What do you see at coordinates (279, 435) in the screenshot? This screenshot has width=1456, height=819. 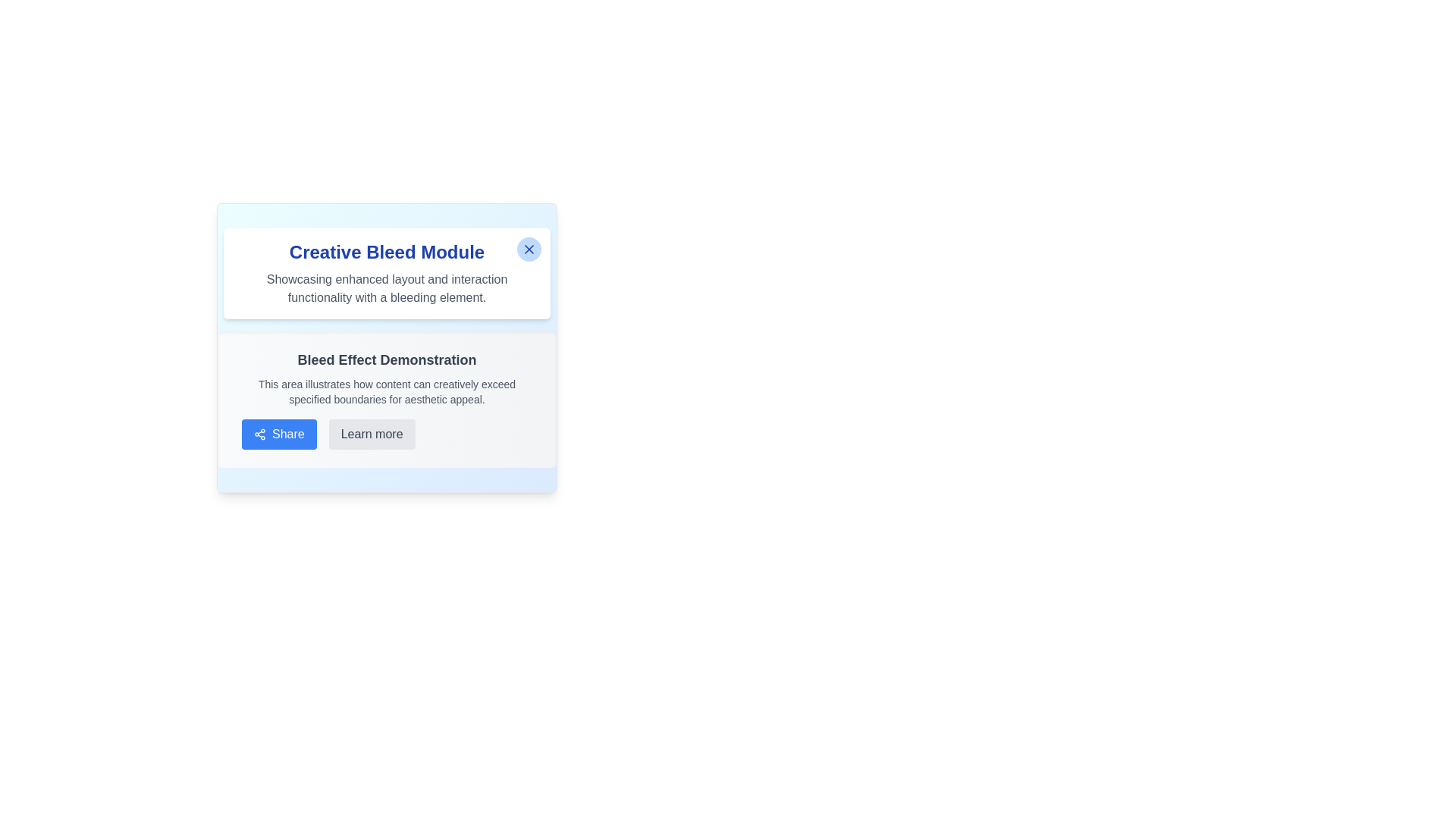 I see `the share button, which is the leftmost button in a horizontal arrangement at the bottom-left corner of the dialog box, to observe the hover effect` at bounding box center [279, 435].